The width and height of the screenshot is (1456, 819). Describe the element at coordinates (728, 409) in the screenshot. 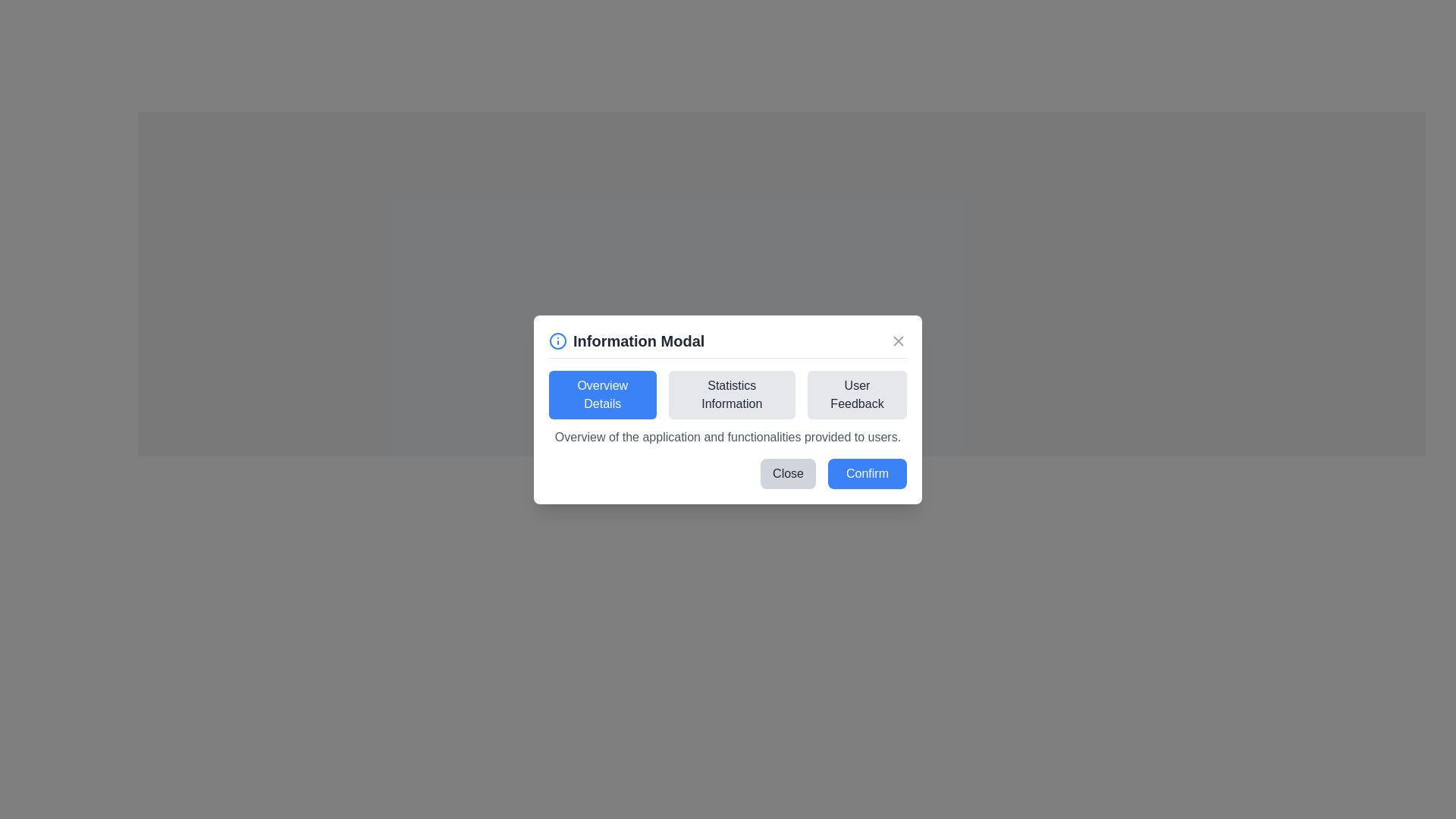

I see `the buttons located at the bottom of the 'Information Modal' dialog box to interact with them` at that location.